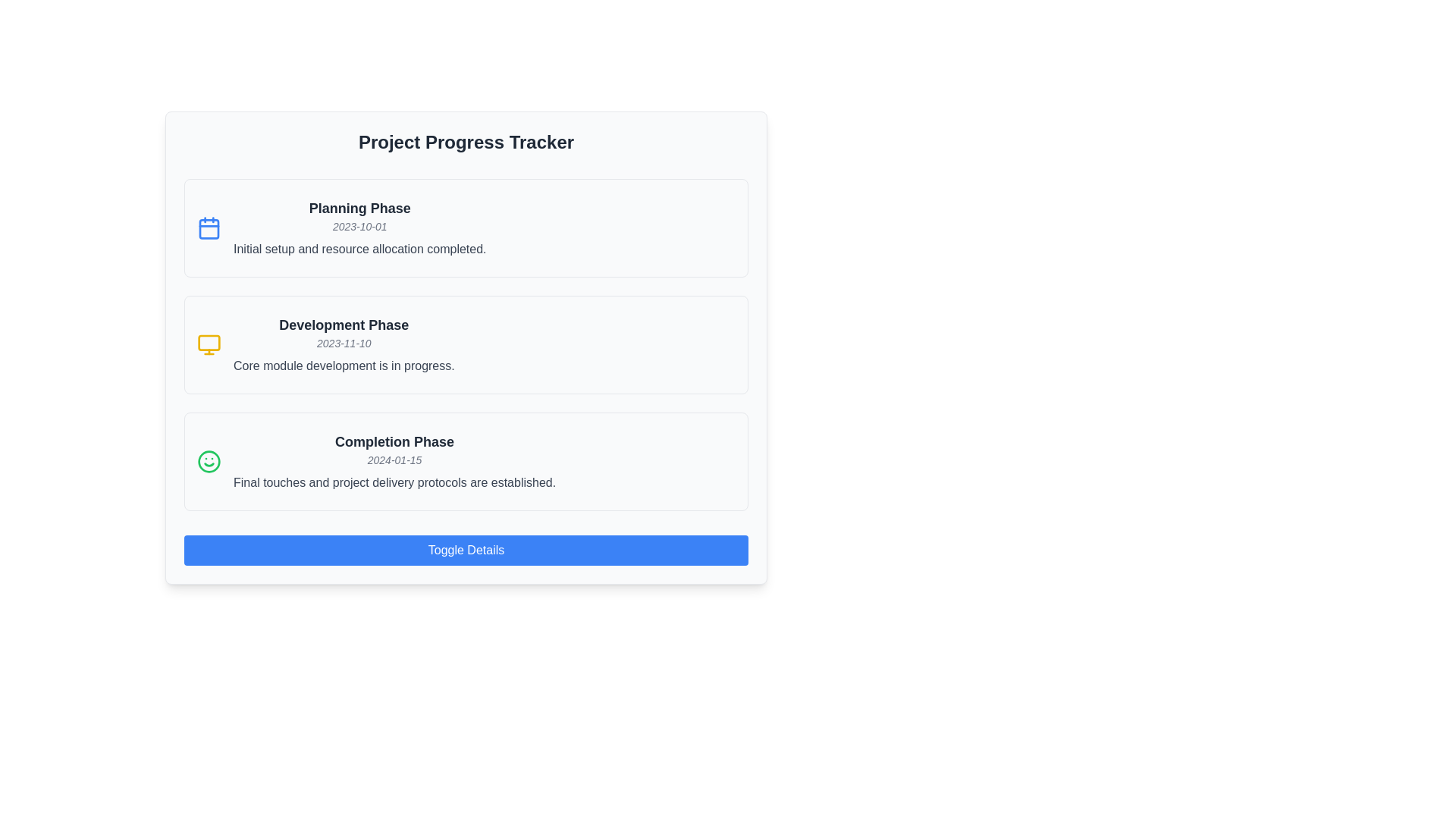 This screenshot has width=1456, height=819. Describe the element at coordinates (208, 461) in the screenshot. I see `the smile icon positioned to the left of the 'Completion Phase' title and description in the third section of the phases` at that location.